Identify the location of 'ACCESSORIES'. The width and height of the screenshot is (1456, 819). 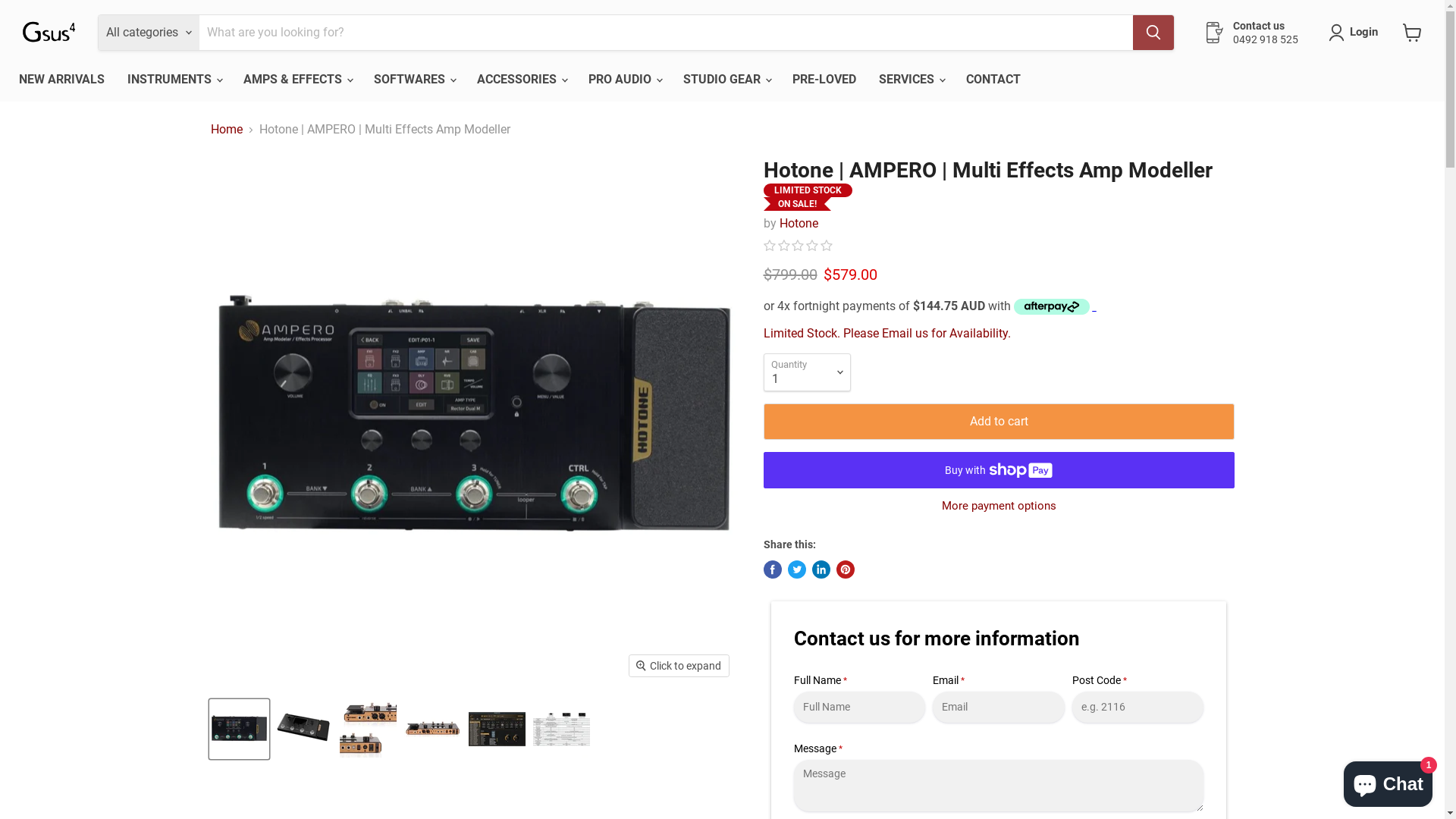
(465, 79).